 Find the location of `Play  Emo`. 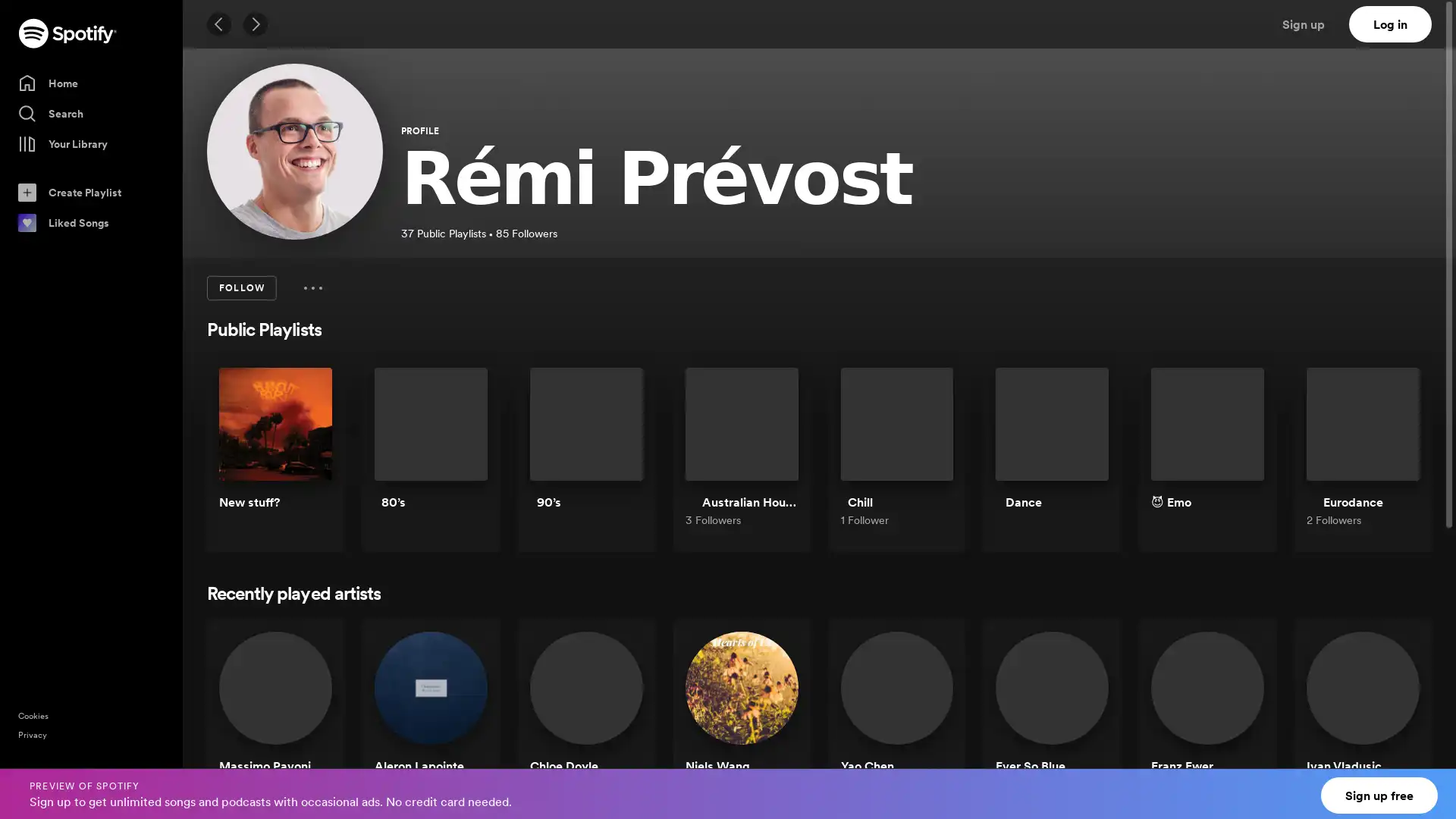

Play  Emo is located at coordinates (1240, 461).